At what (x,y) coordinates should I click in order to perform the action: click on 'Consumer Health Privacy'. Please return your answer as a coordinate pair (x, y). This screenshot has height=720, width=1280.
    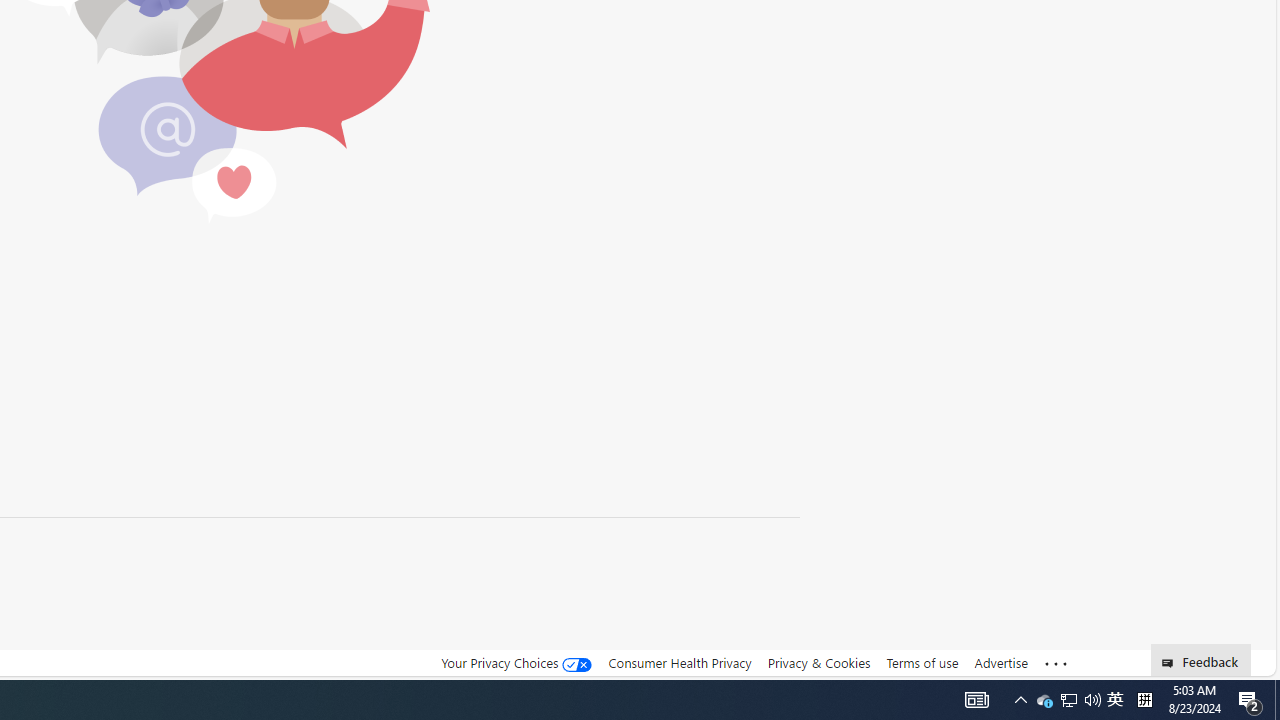
    Looking at the image, I should click on (680, 662).